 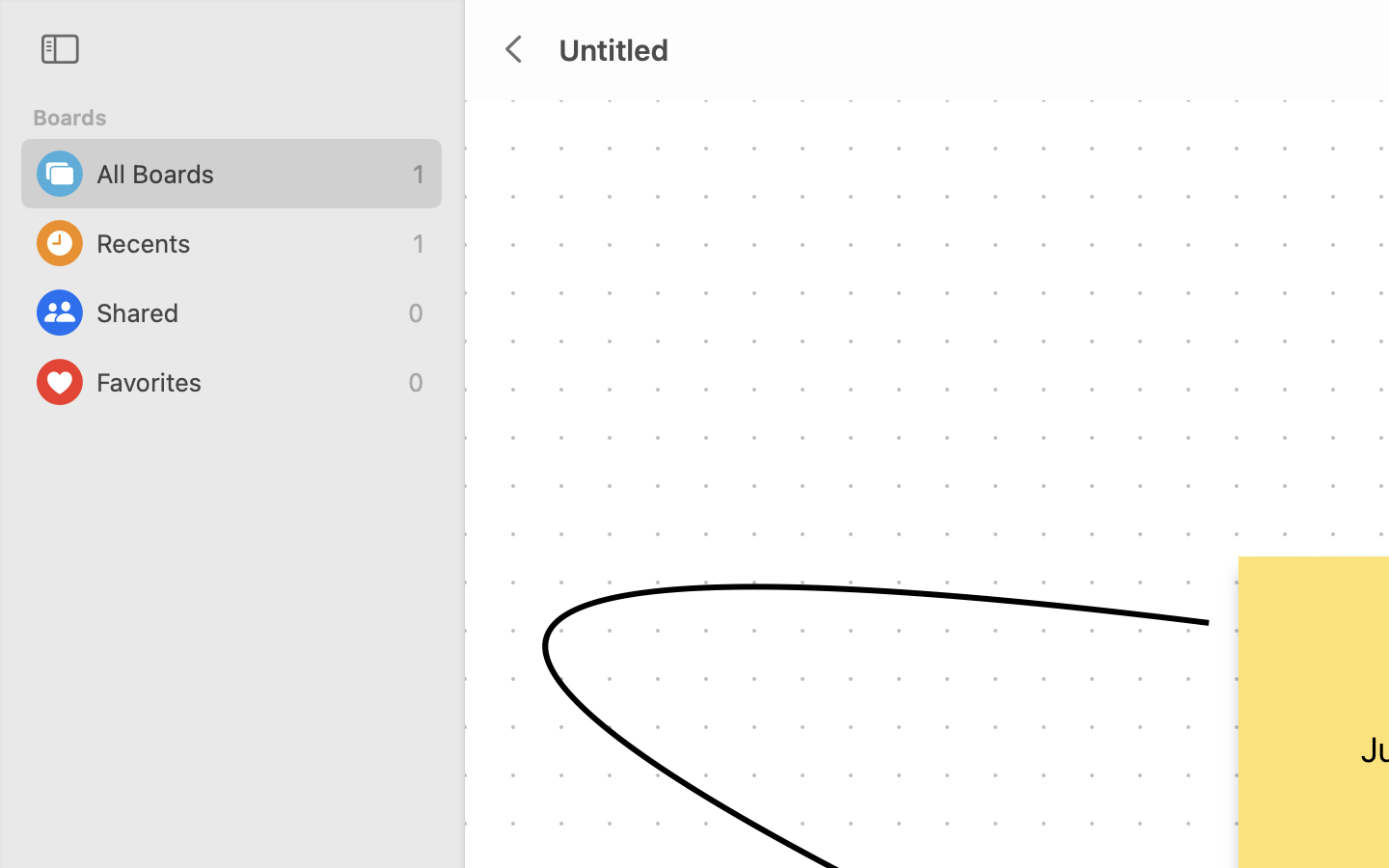 What do you see at coordinates (246, 312) in the screenshot?
I see `'Shared'` at bounding box center [246, 312].